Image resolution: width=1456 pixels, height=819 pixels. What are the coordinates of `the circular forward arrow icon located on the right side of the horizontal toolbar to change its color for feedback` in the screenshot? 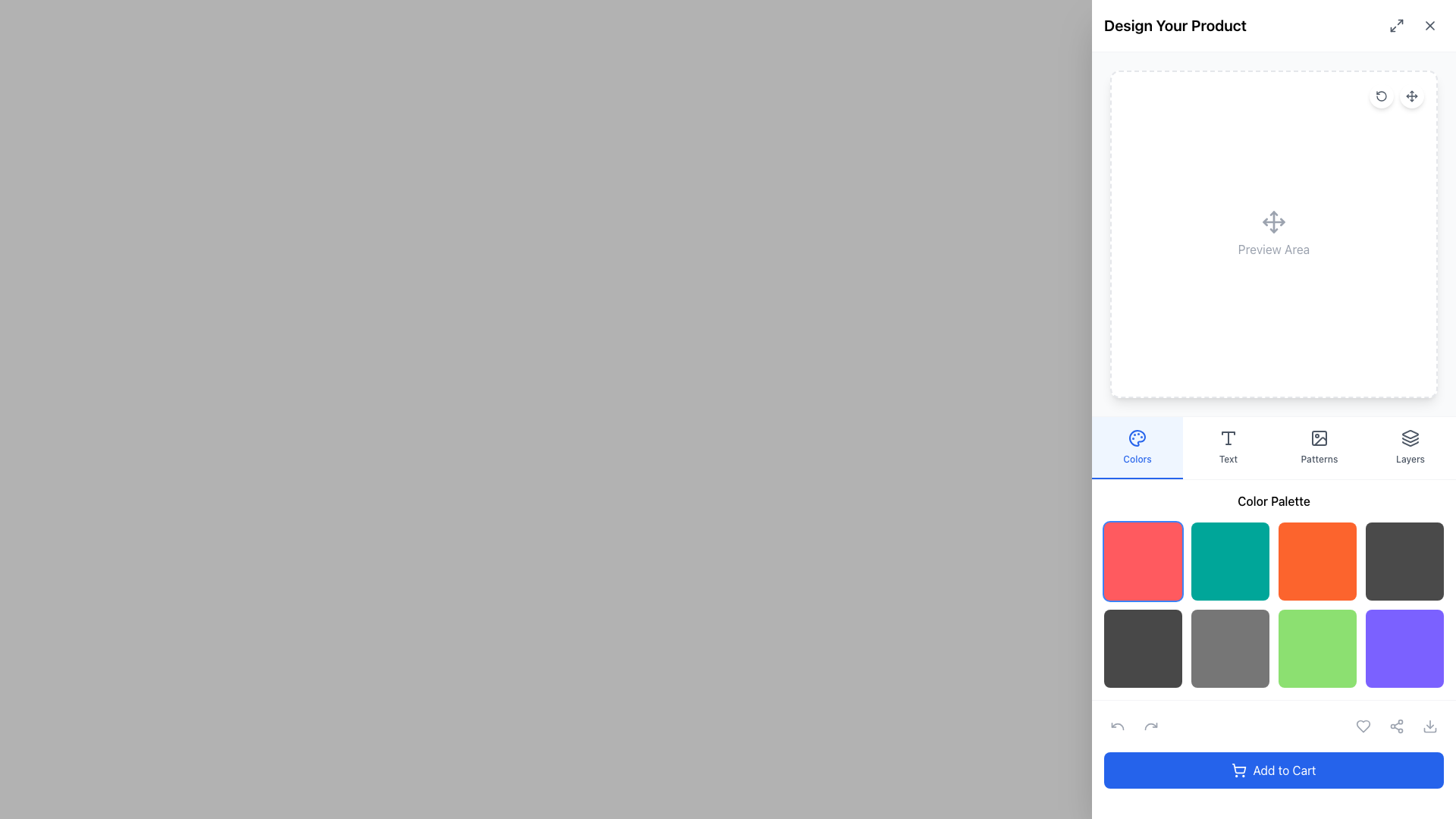 It's located at (1150, 725).